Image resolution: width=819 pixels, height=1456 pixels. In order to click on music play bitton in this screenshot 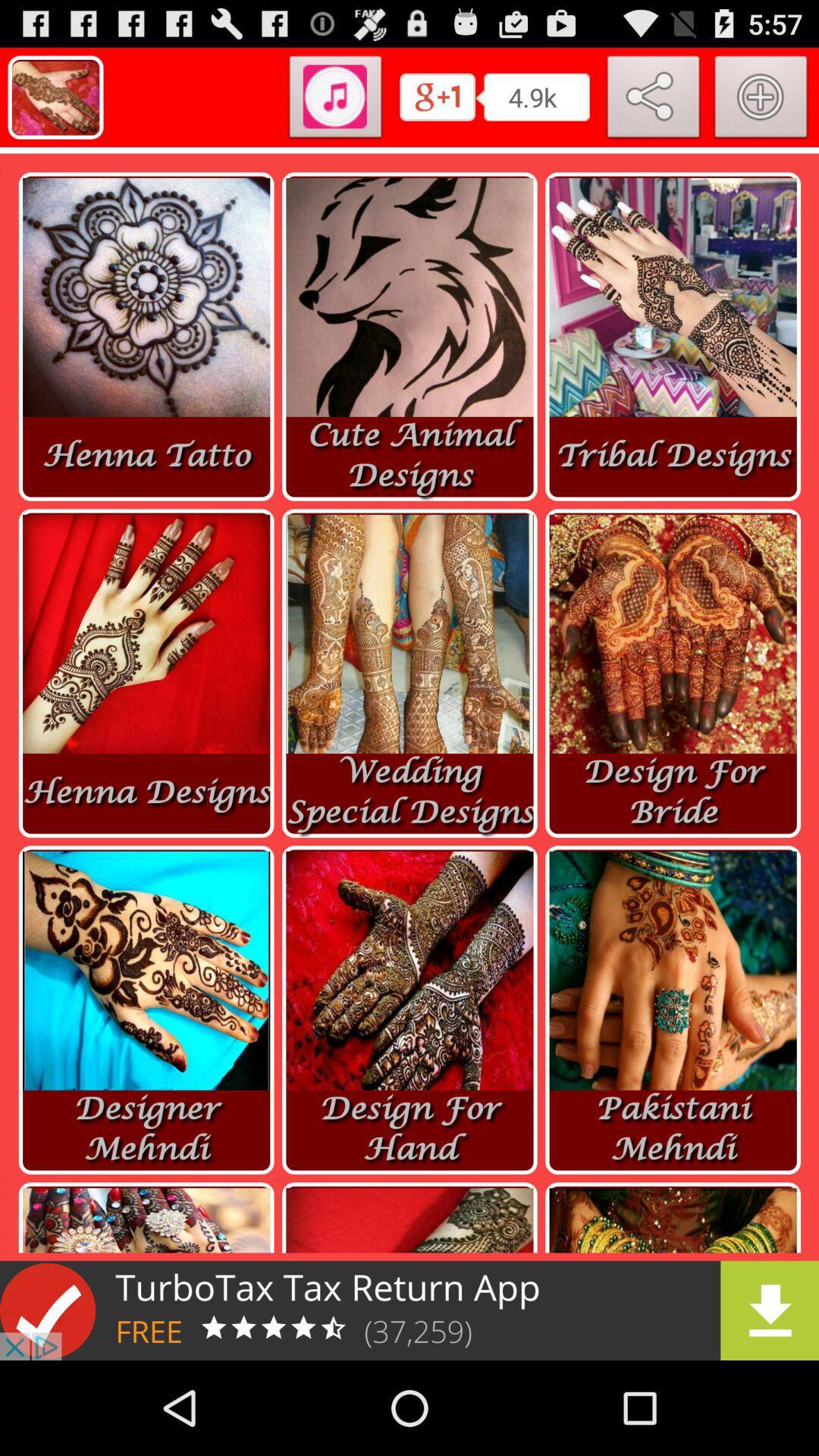, I will do `click(334, 99)`.